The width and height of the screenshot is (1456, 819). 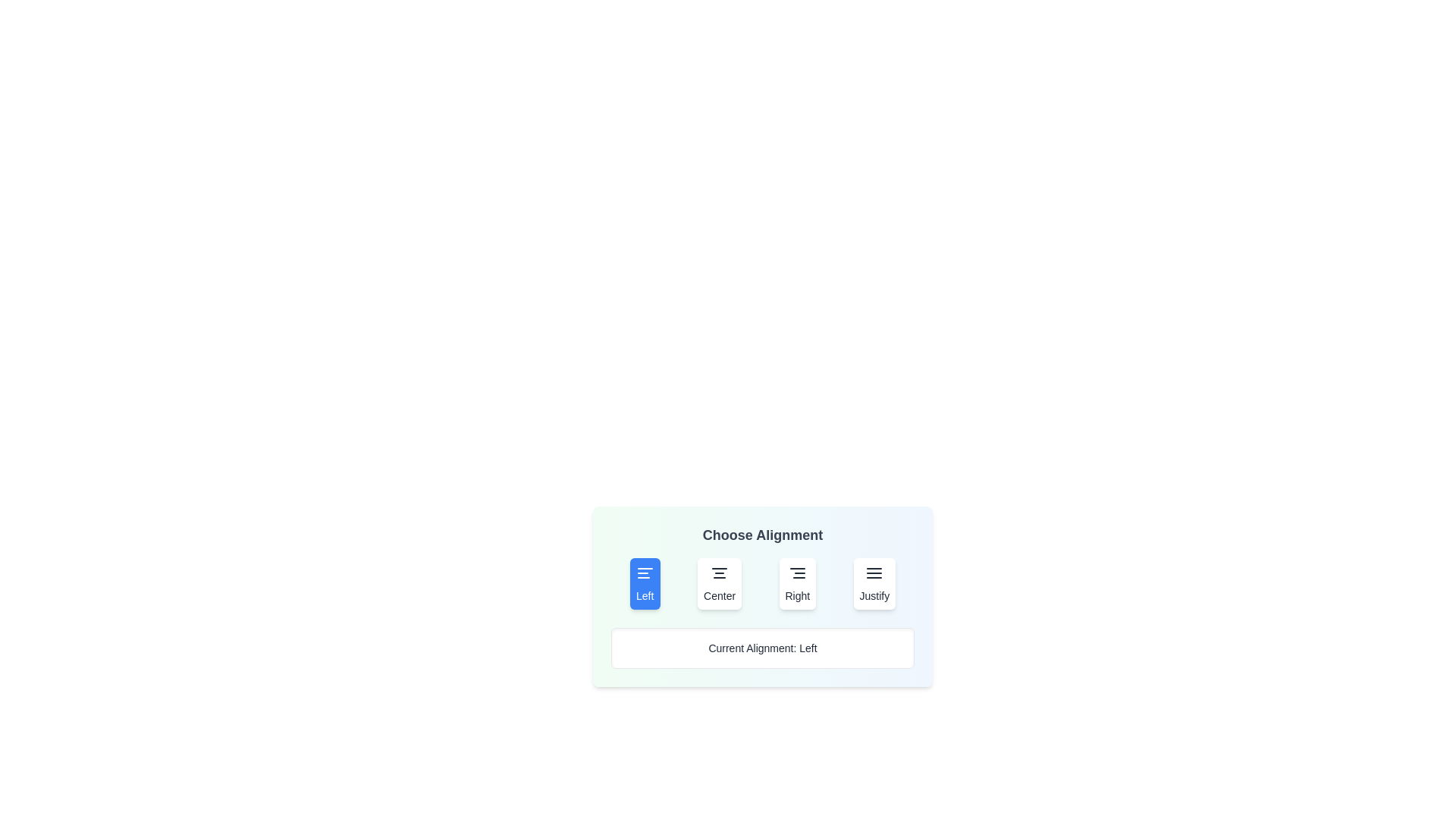 What do you see at coordinates (796, 583) in the screenshot?
I see `the 'Right' button to select the 'Right' alignment` at bounding box center [796, 583].